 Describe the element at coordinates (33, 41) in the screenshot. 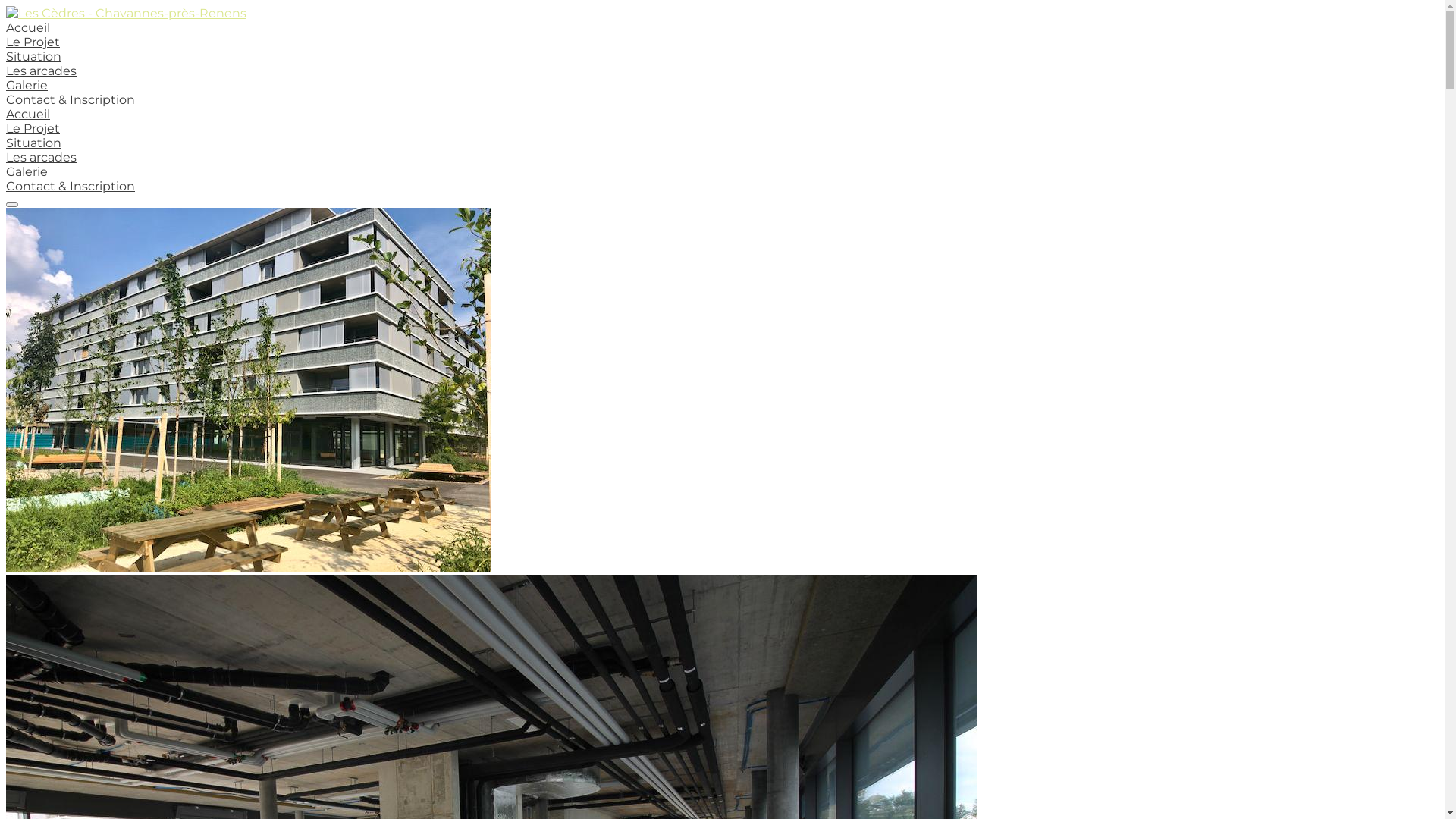

I see `'Le Projet'` at that location.